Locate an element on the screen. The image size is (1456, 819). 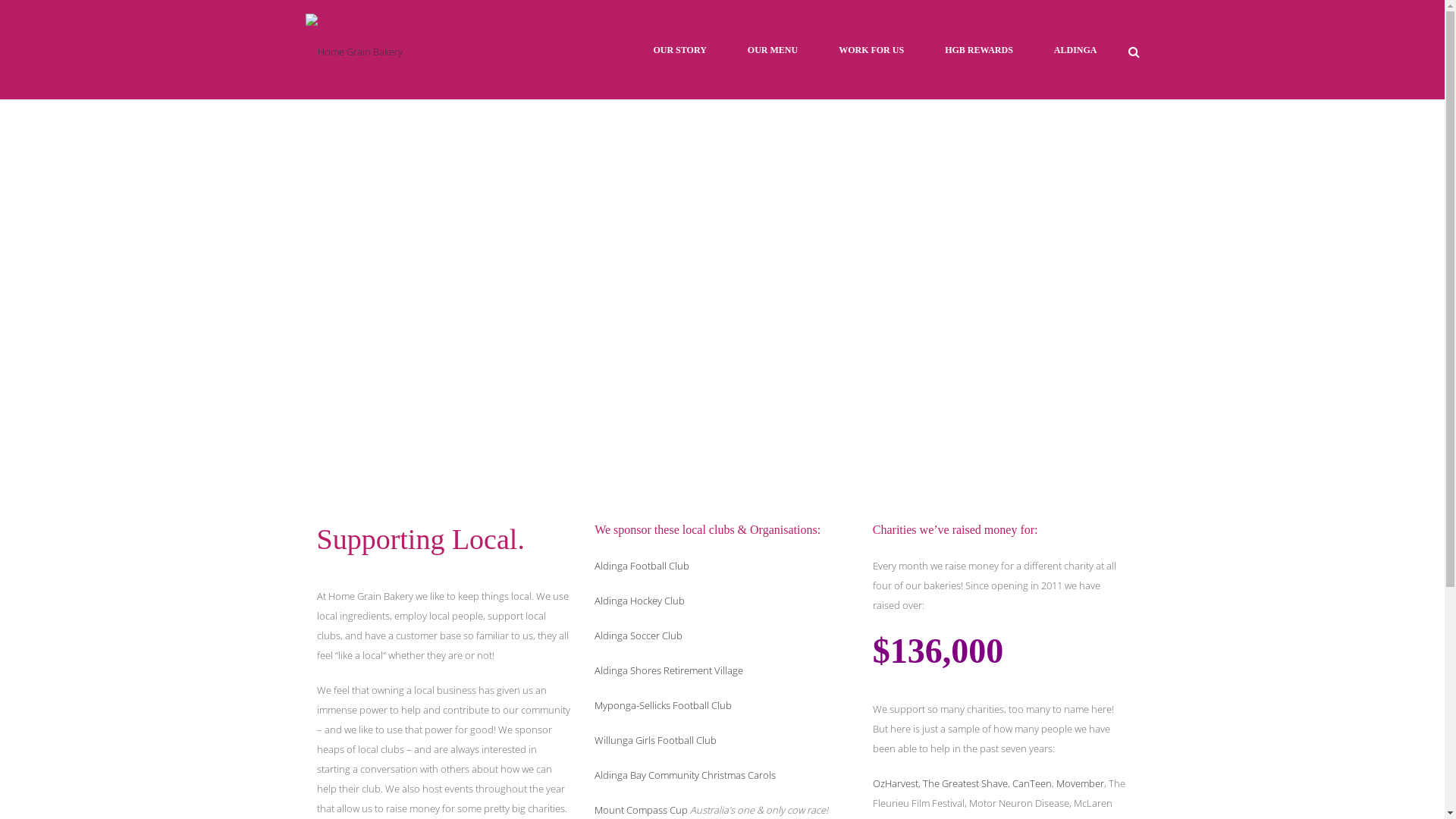
'CanTeen' is located at coordinates (1031, 783).